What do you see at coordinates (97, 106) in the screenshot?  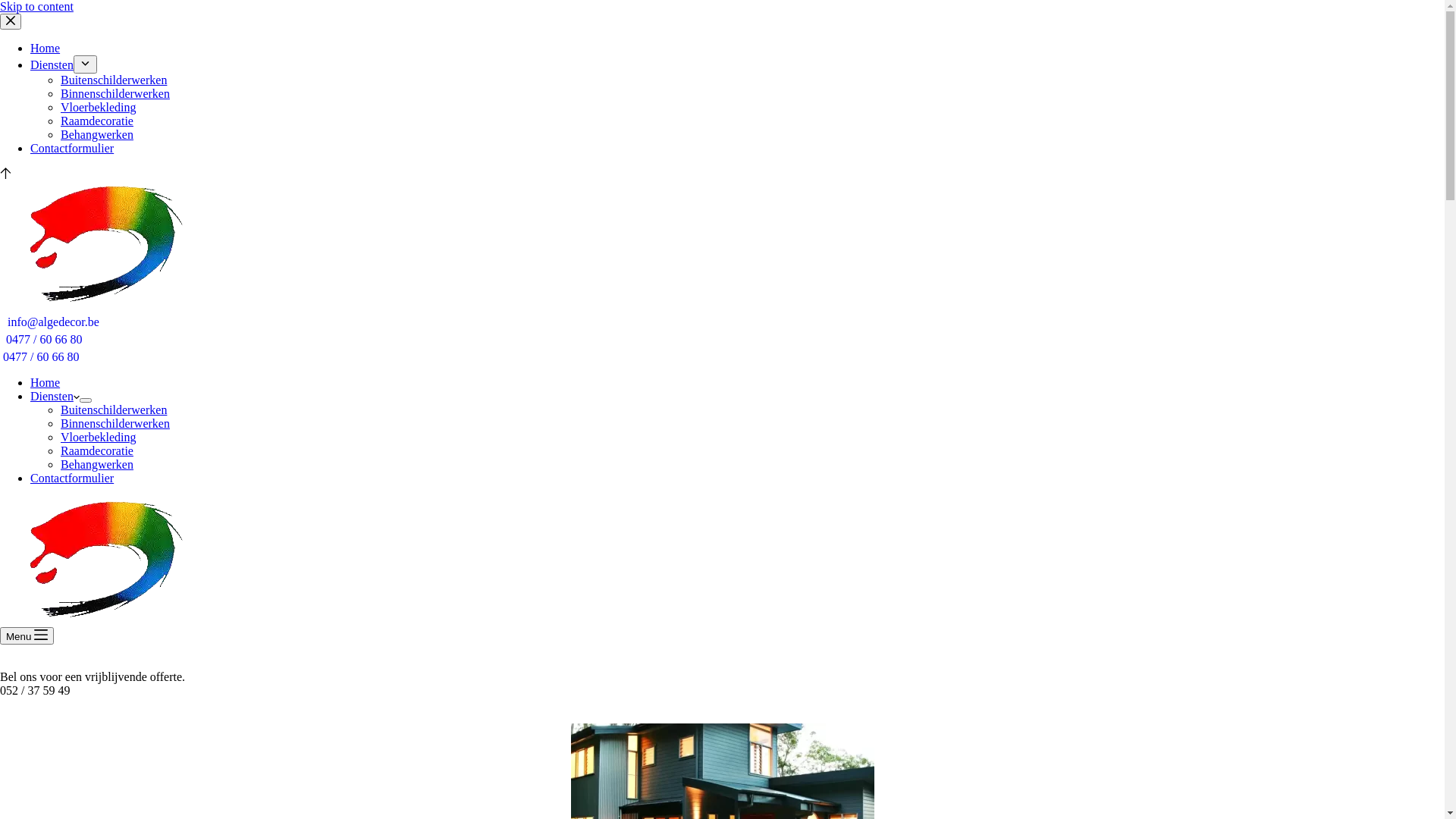 I see `'Vloerbekleding'` at bounding box center [97, 106].